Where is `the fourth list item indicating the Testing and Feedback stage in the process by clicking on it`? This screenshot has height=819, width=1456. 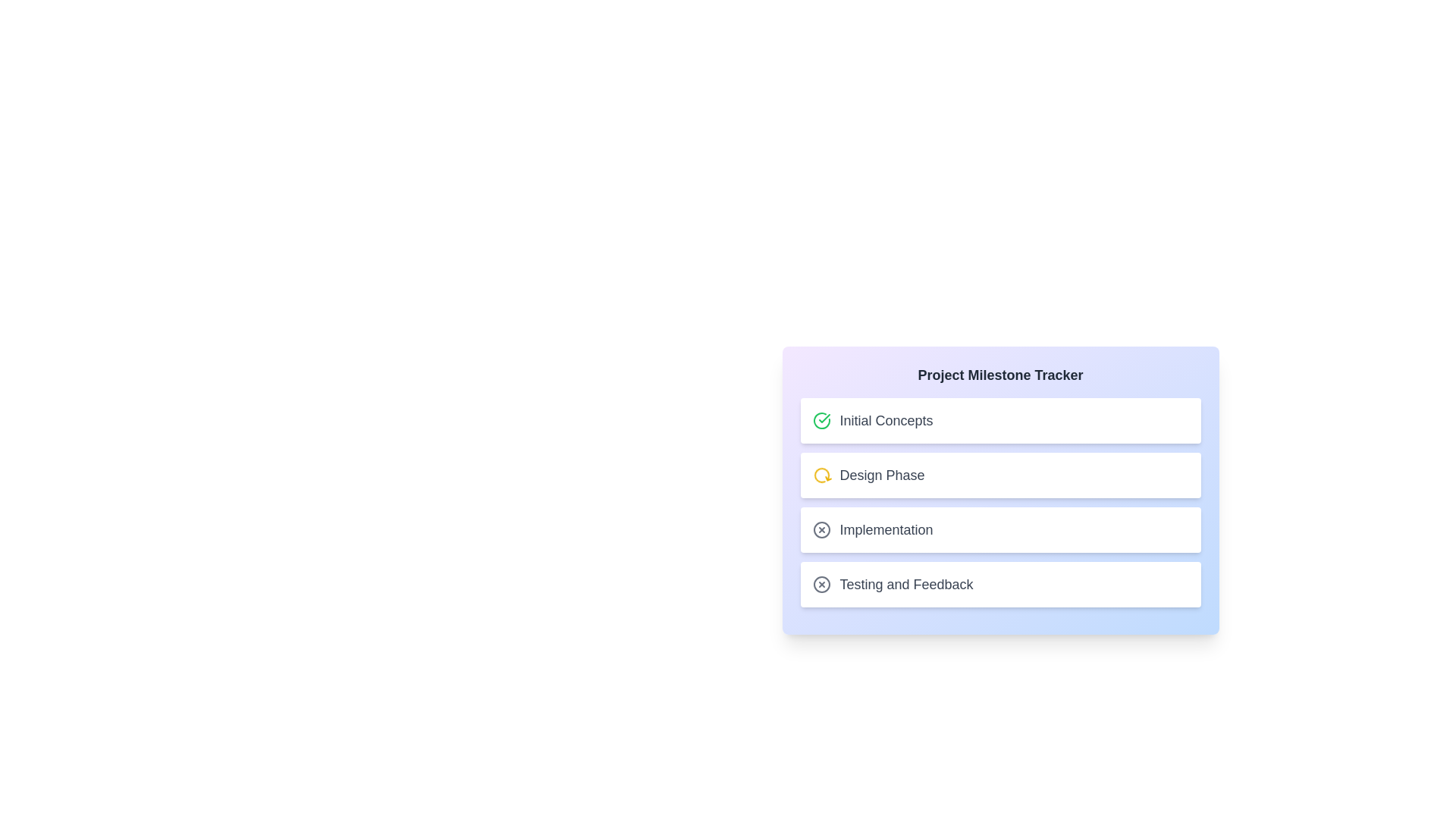 the fourth list item indicating the Testing and Feedback stage in the process by clicking on it is located at coordinates (1000, 584).